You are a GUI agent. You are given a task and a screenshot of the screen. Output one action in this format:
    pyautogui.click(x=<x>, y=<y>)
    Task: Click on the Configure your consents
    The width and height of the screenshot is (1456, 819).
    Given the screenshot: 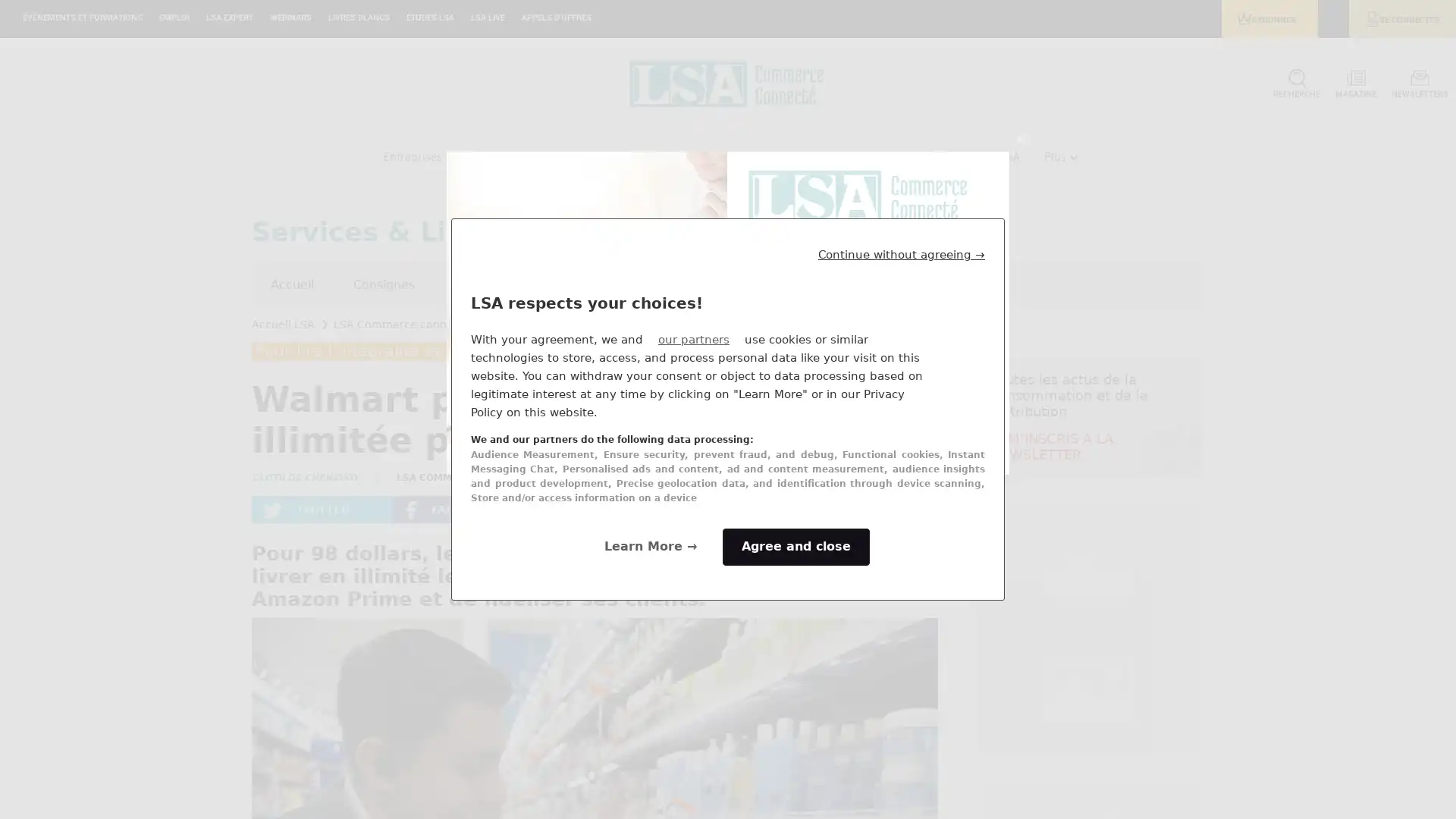 What is the action you would take?
    pyautogui.click(x=651, y=547)
    